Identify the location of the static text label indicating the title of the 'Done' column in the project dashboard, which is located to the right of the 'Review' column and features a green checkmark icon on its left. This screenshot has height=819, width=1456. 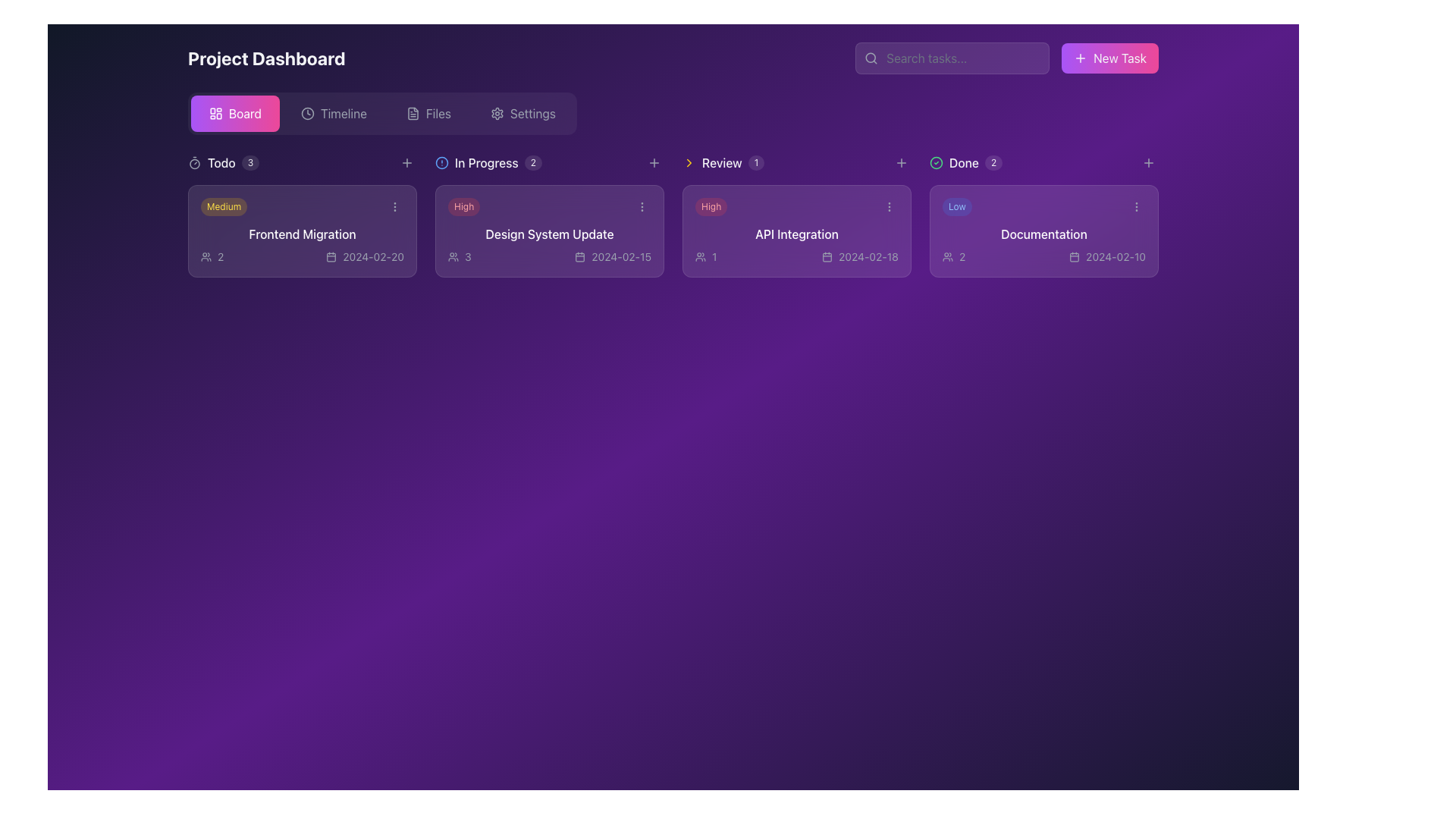
(963, 163).